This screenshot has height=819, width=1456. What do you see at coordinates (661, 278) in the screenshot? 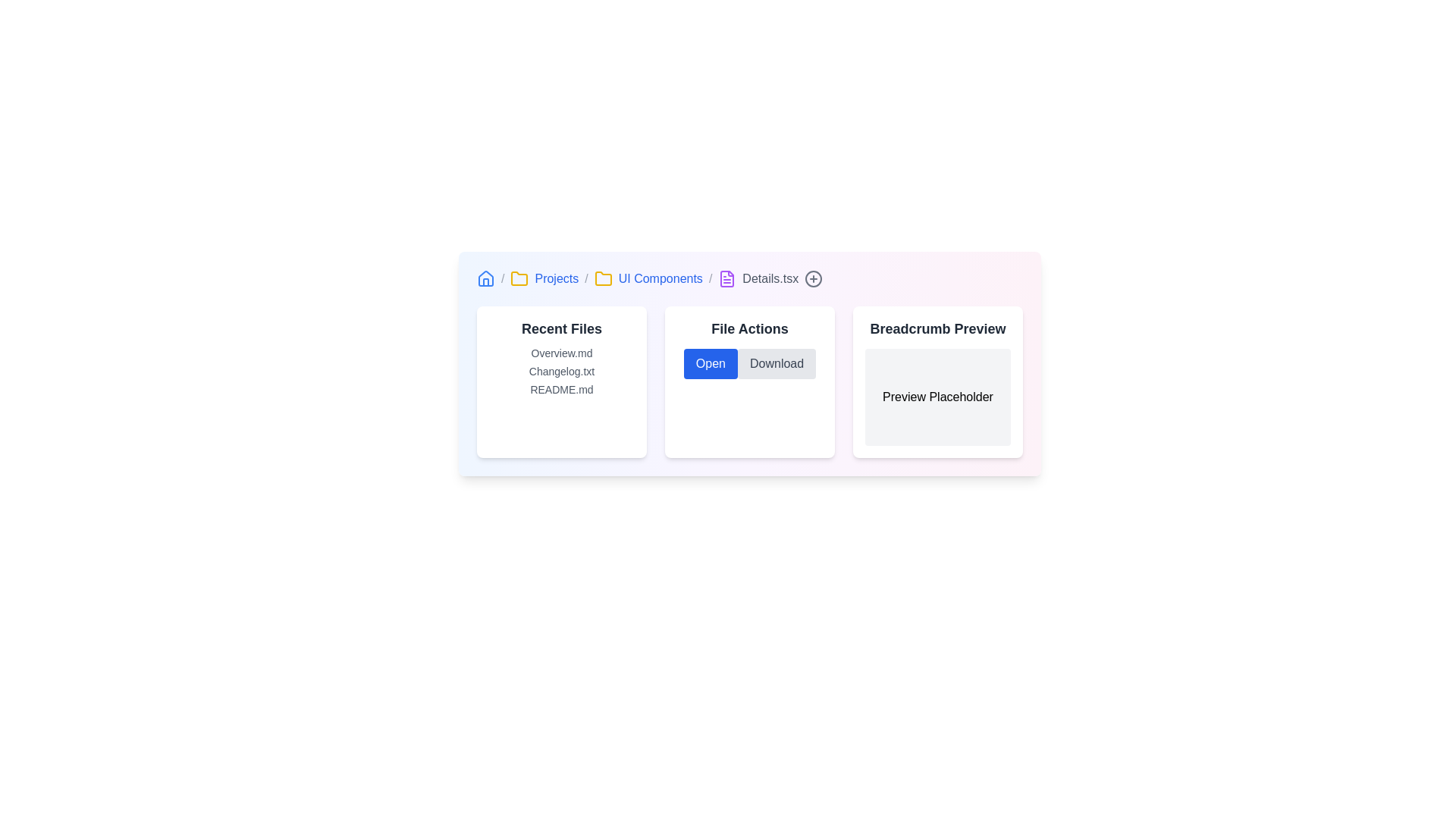
I see `the third clickable hyperlink in the breadcrumb navigation bar that likely redirects to the 'UI Components' section to potentially see additional information such as a tooltip` at bounding box center [661, 278].